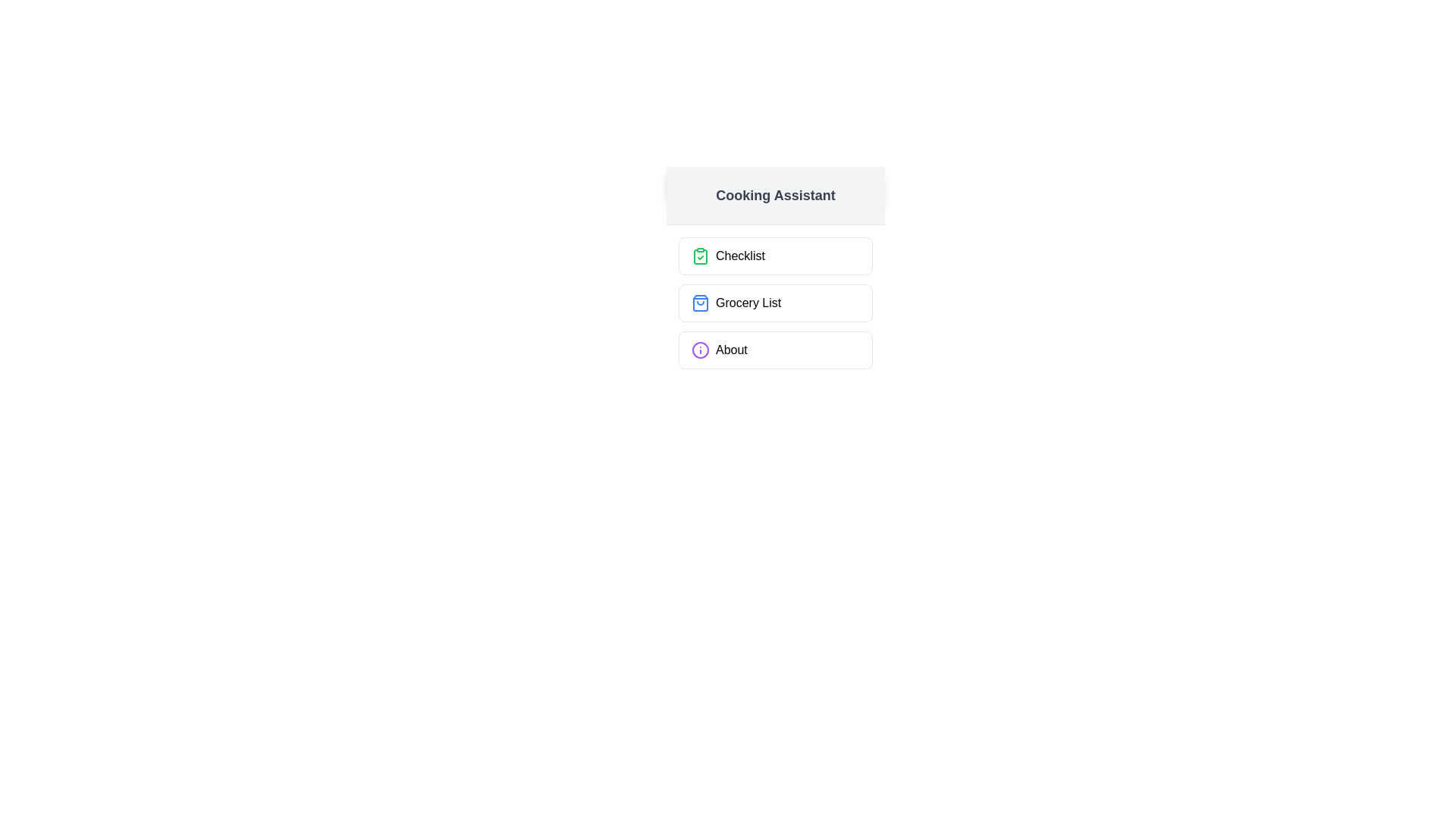 The height and width of the screenshot is (819, 1456). What do you see at coordinates (775, 303) in the screenshot?
I see `the 'Grocery List' button` at bounding box center [775, 303].